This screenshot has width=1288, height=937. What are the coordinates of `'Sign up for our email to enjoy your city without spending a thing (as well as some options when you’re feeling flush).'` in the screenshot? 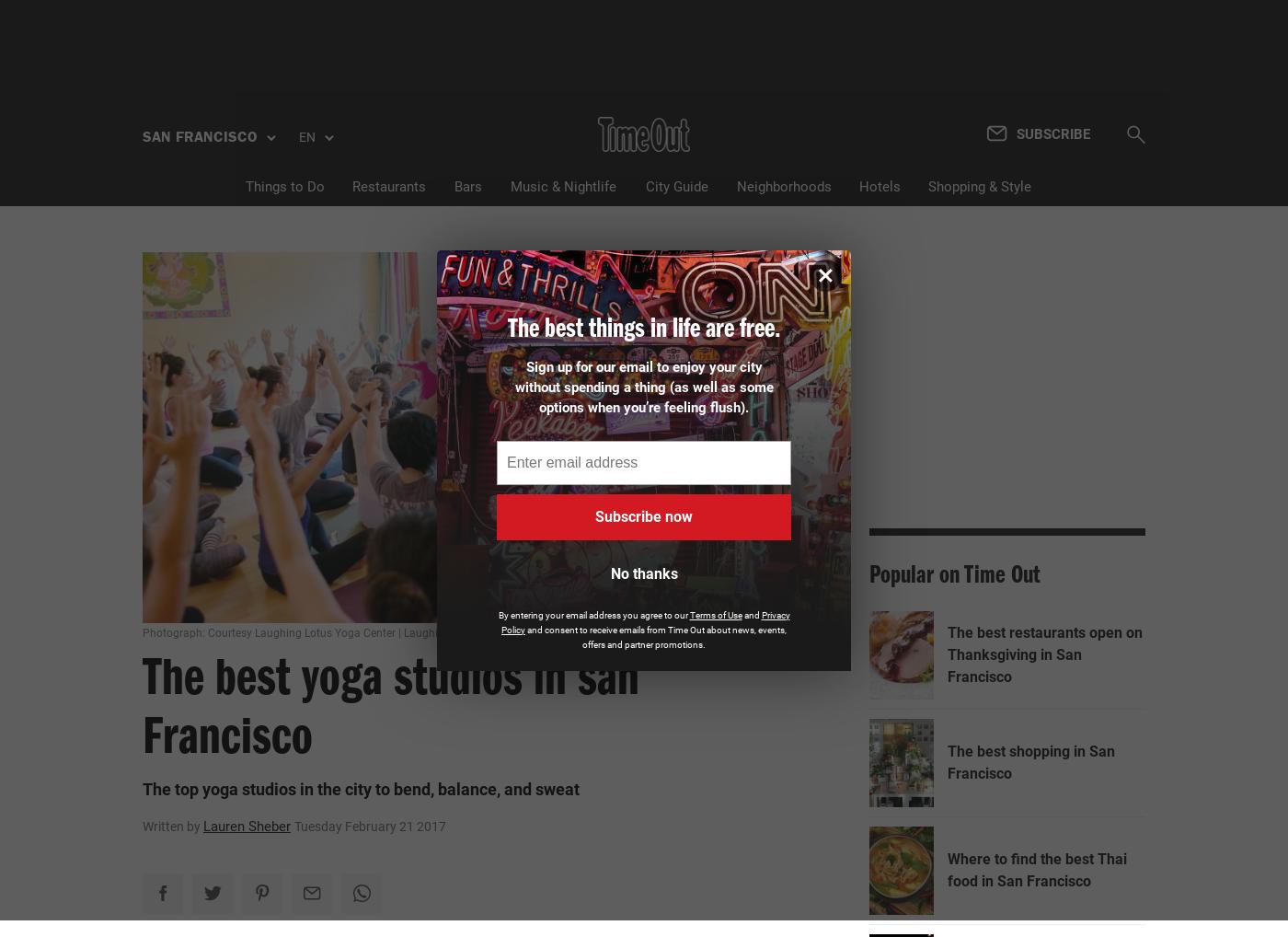 It's located at (643, 386).